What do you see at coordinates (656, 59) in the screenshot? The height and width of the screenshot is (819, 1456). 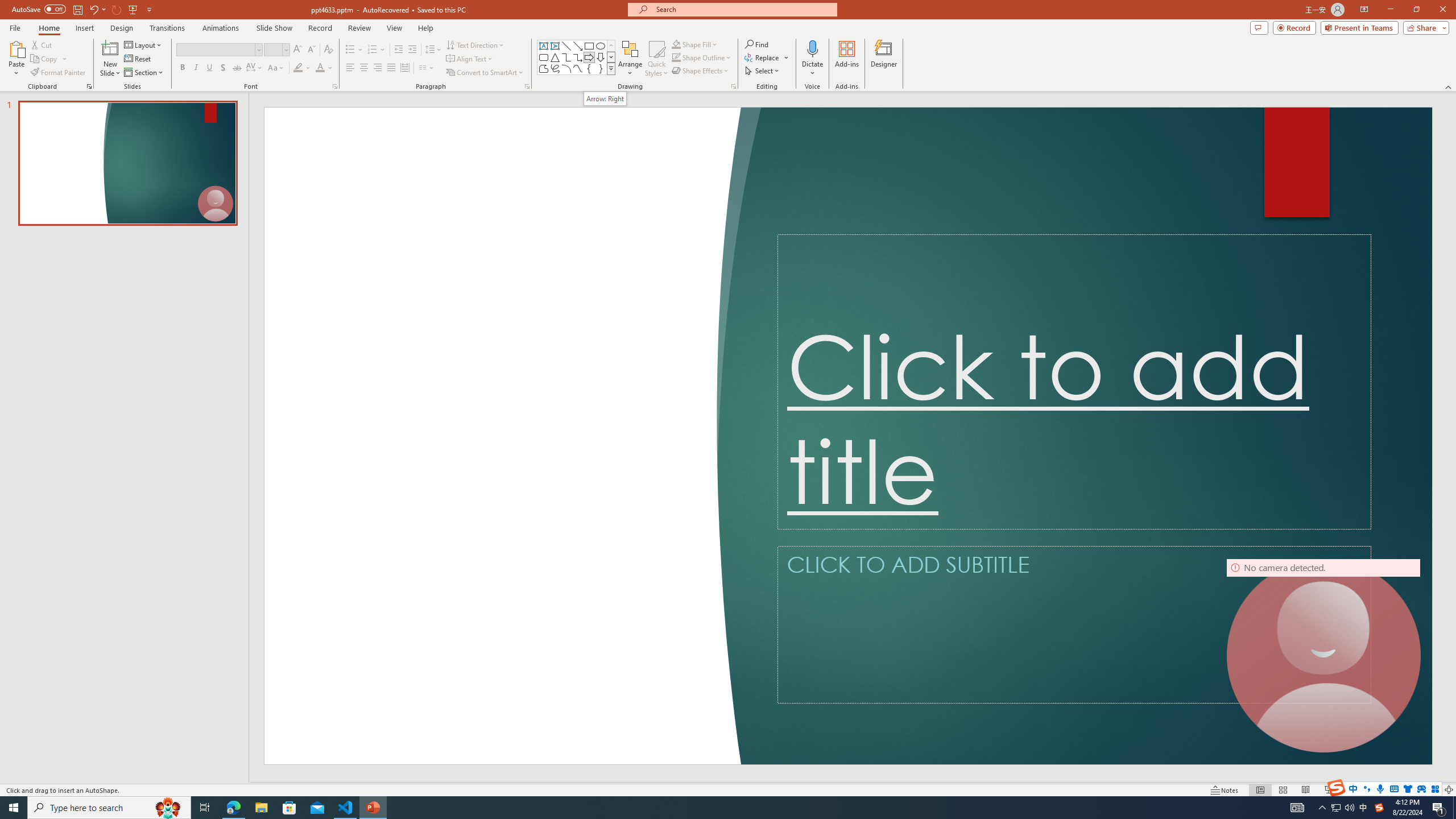 I see `'Quick Styles'` at bounding box center [656, 59].